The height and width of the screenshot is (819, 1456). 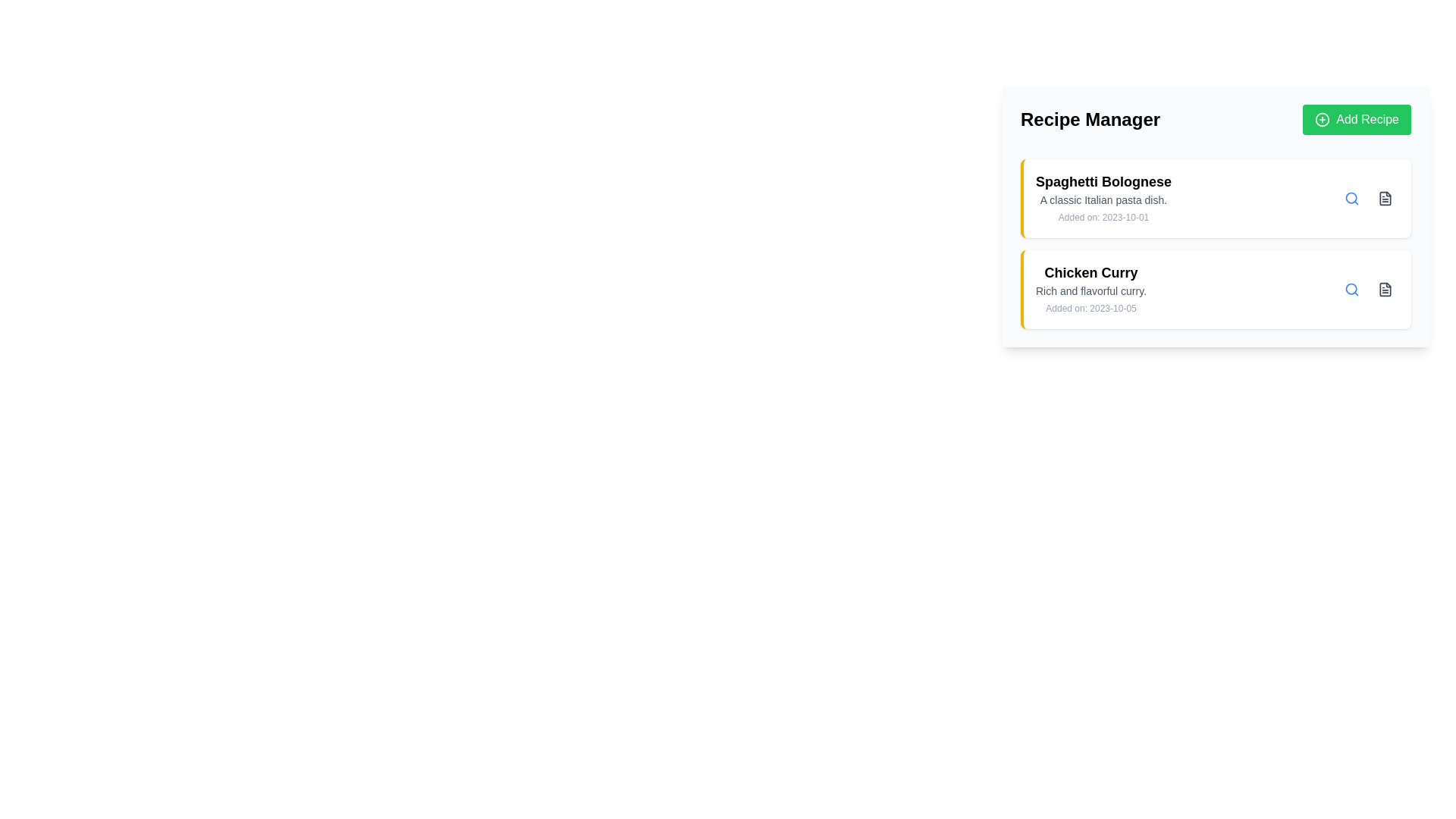 What do you see at coordinates (1103, 180) in the screenshot?
I see `the recipe title text element located in the first entry of the 'Recipe Manager' section to trigger a tooltip or highlight effect` at bounding box center [1103, 180].